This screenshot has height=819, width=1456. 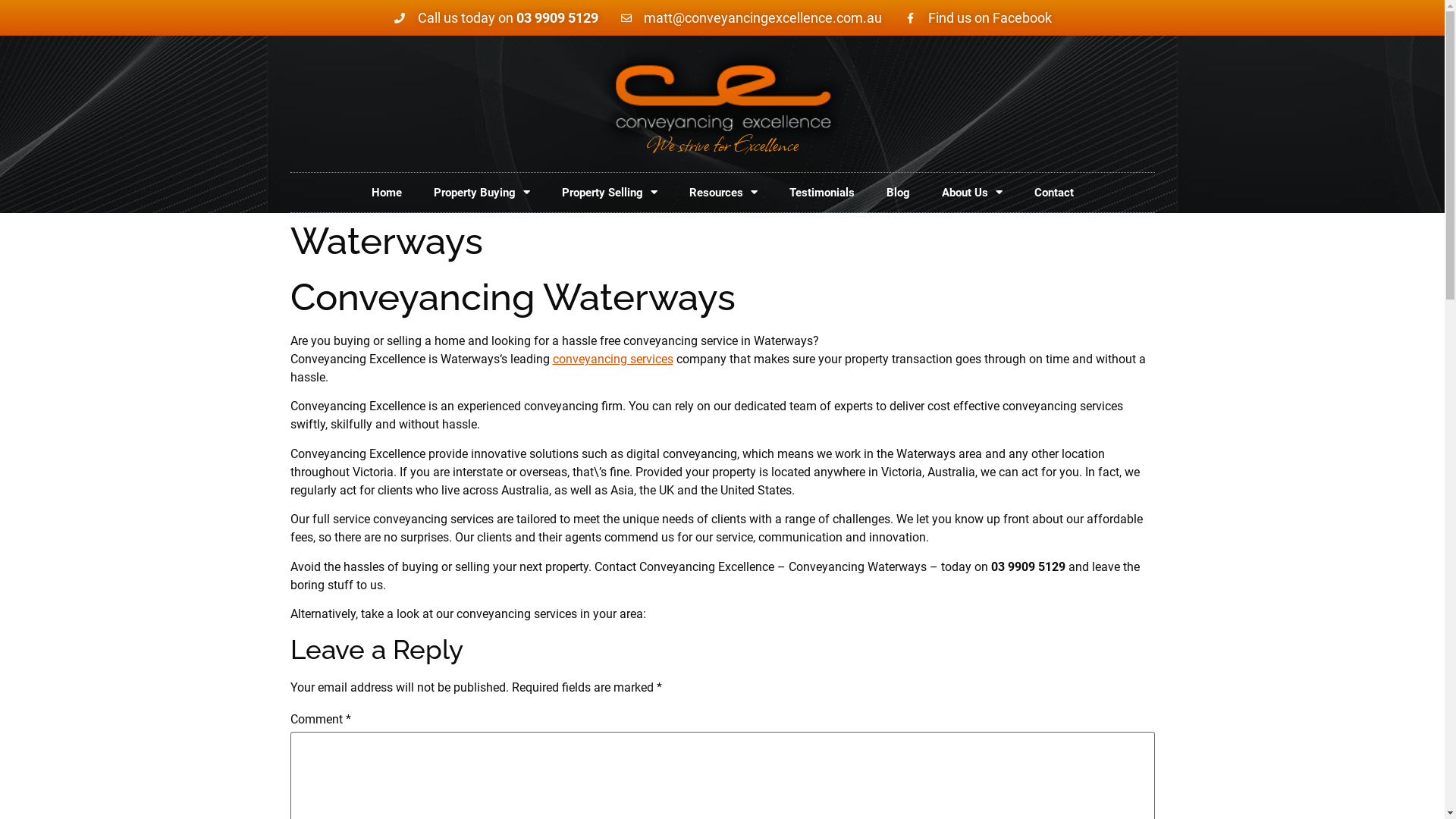 I want to click on 'Home', so click(x=385, y=192).